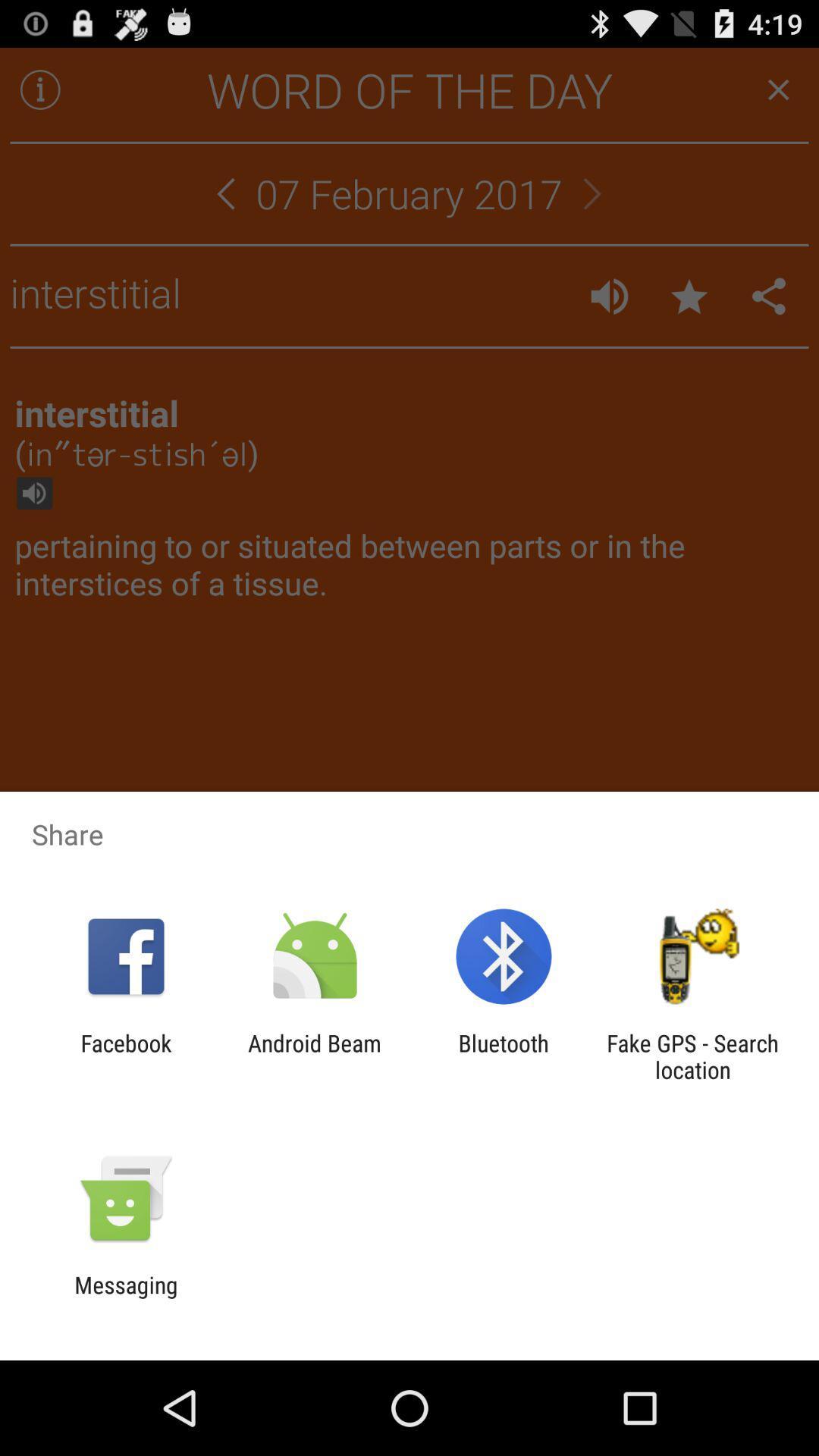  Describe the element at coordinates (125, 1056) in the screenshot. I see `the item next to android beam item` at that location.